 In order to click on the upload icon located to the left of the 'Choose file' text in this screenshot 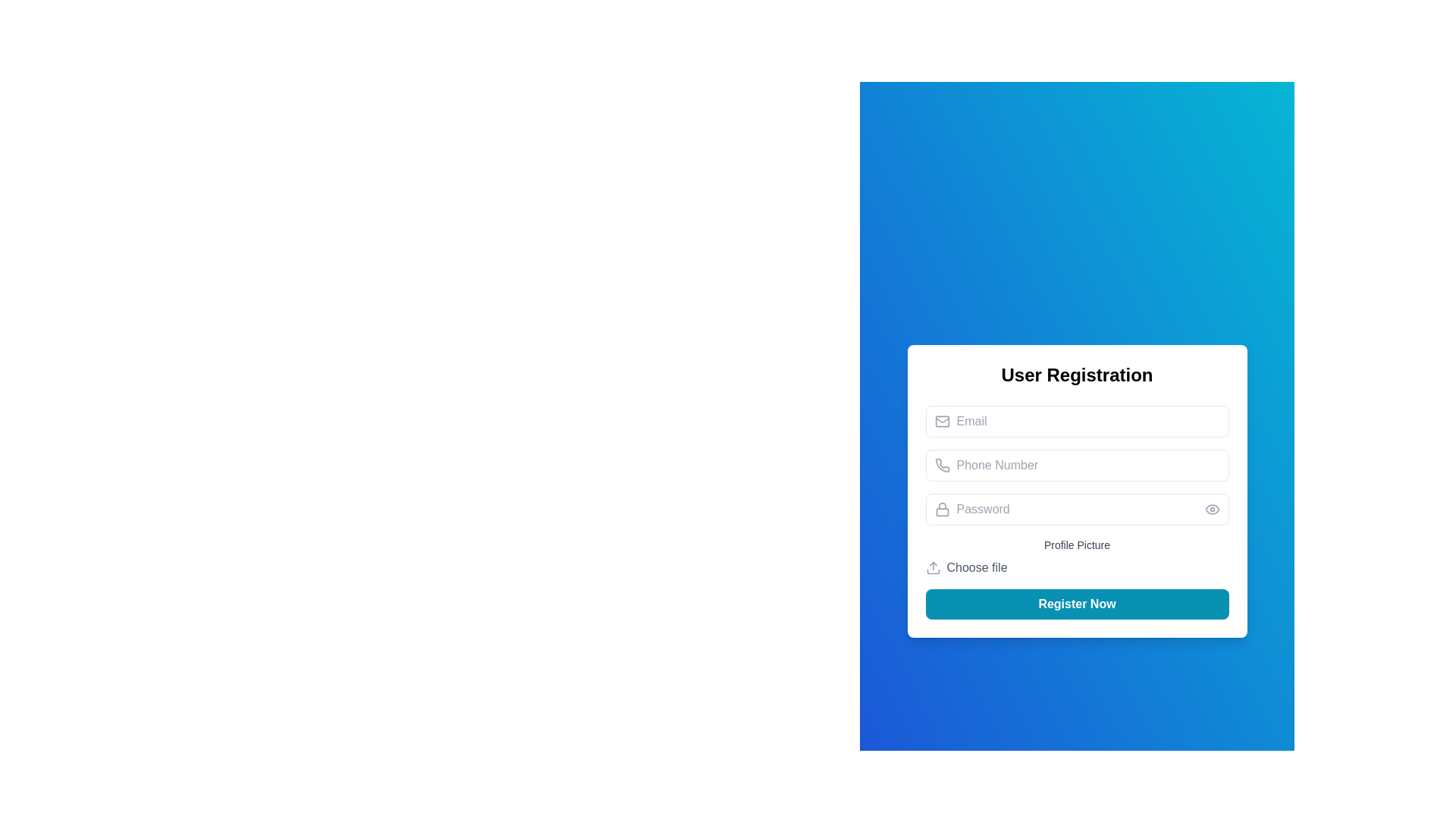, I will do `click(932, 567)`.